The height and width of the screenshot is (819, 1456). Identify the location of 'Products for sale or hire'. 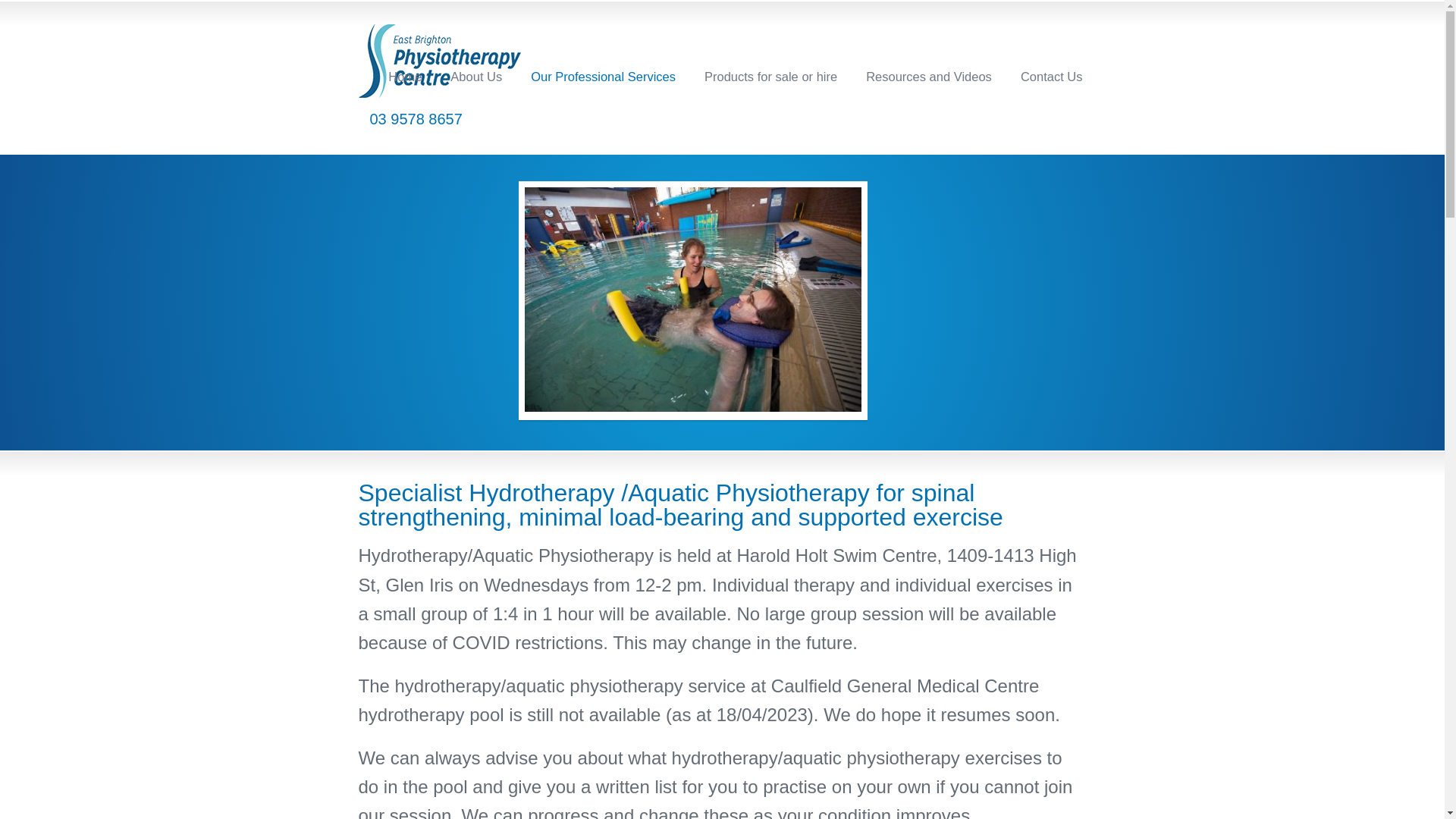
(770, 76).